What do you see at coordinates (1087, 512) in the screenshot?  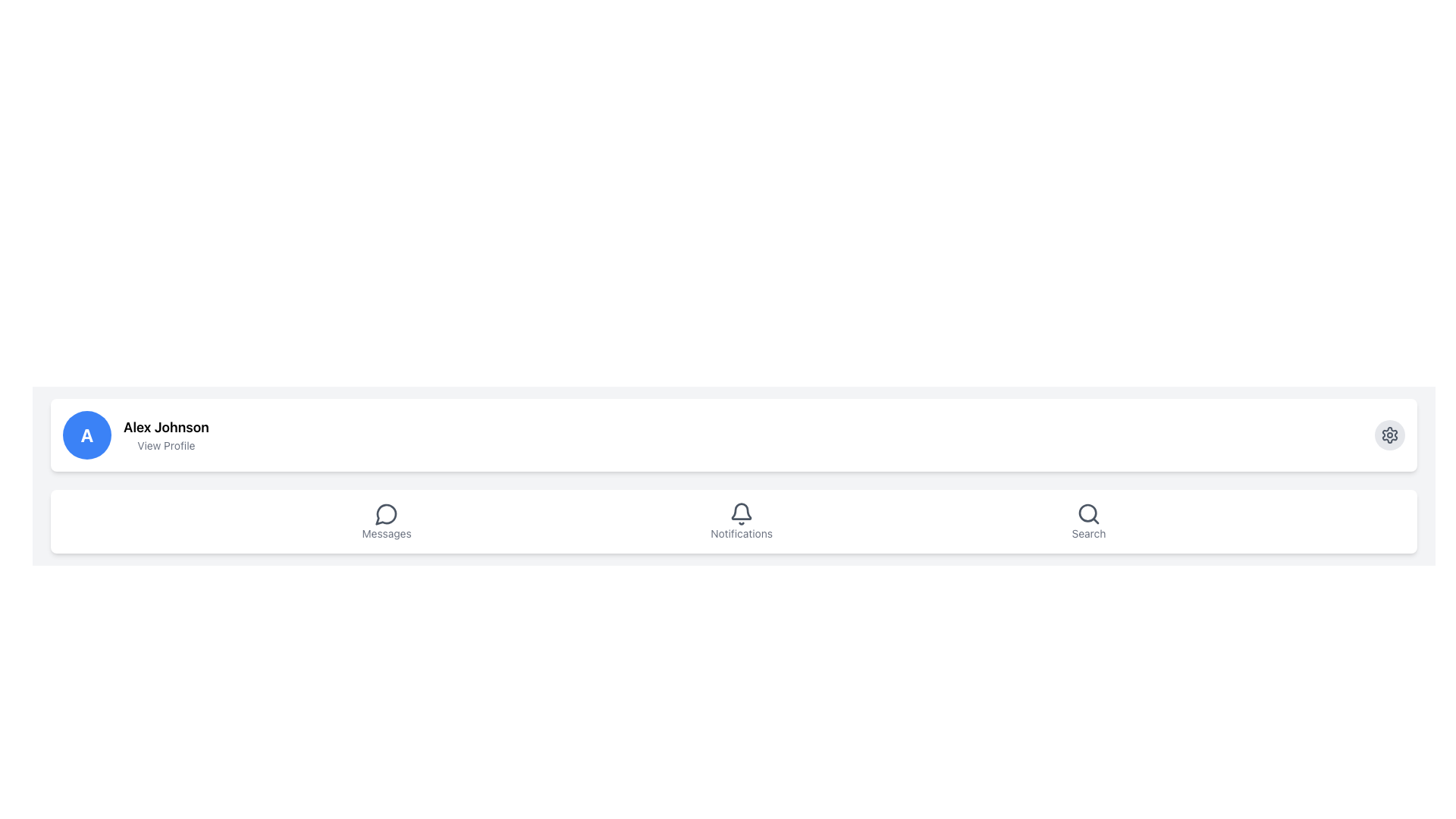 I see `the visual representation of the glass part of the magnifying glass symbol, which is part of the 'Search' feature located to the right of the navigation bar at the bottom of the page` at bounding box center [1087, 512].